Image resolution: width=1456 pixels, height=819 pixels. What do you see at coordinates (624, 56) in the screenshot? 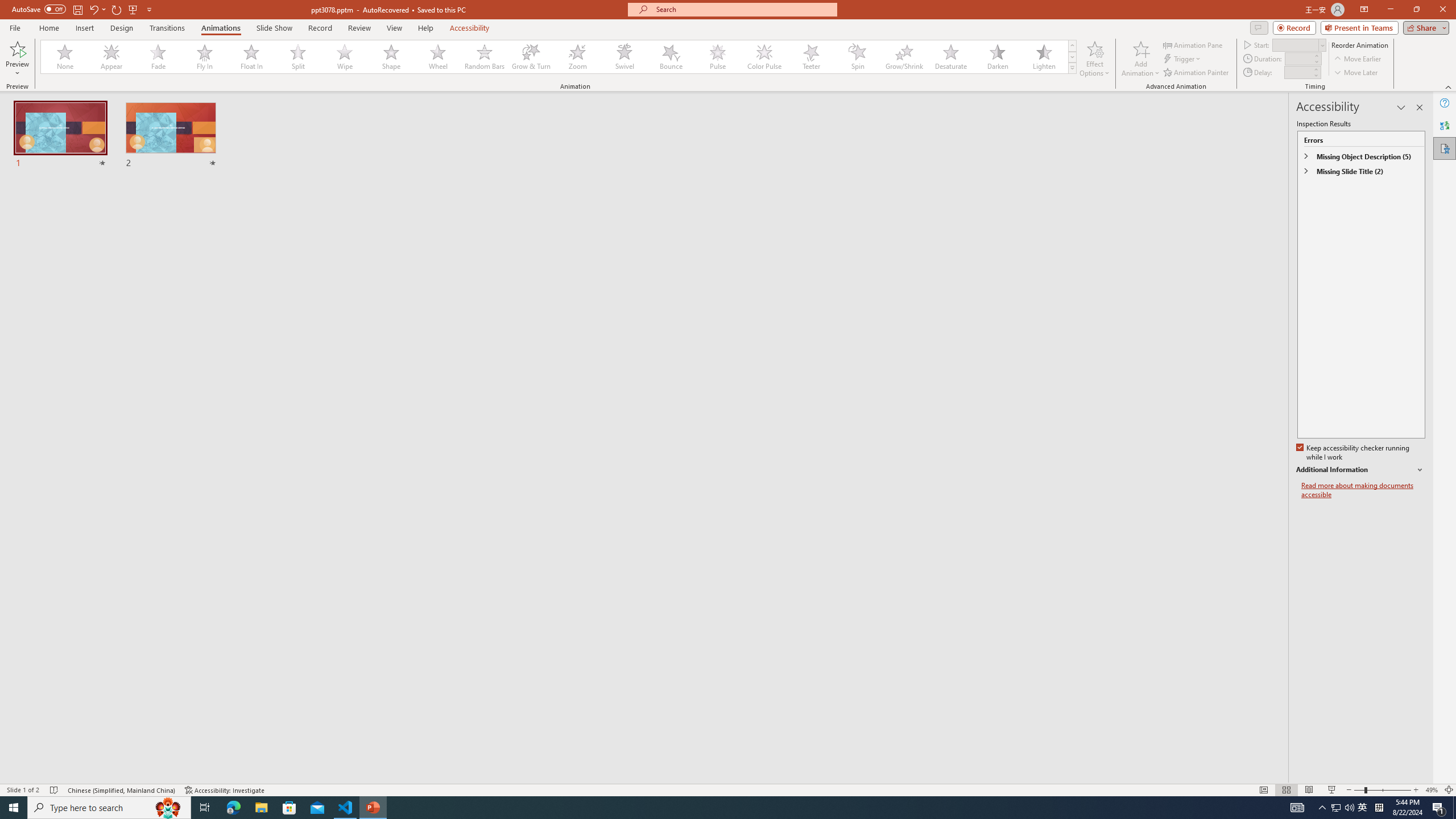
I see `'Swivel'` at bounding box center [624, 56].